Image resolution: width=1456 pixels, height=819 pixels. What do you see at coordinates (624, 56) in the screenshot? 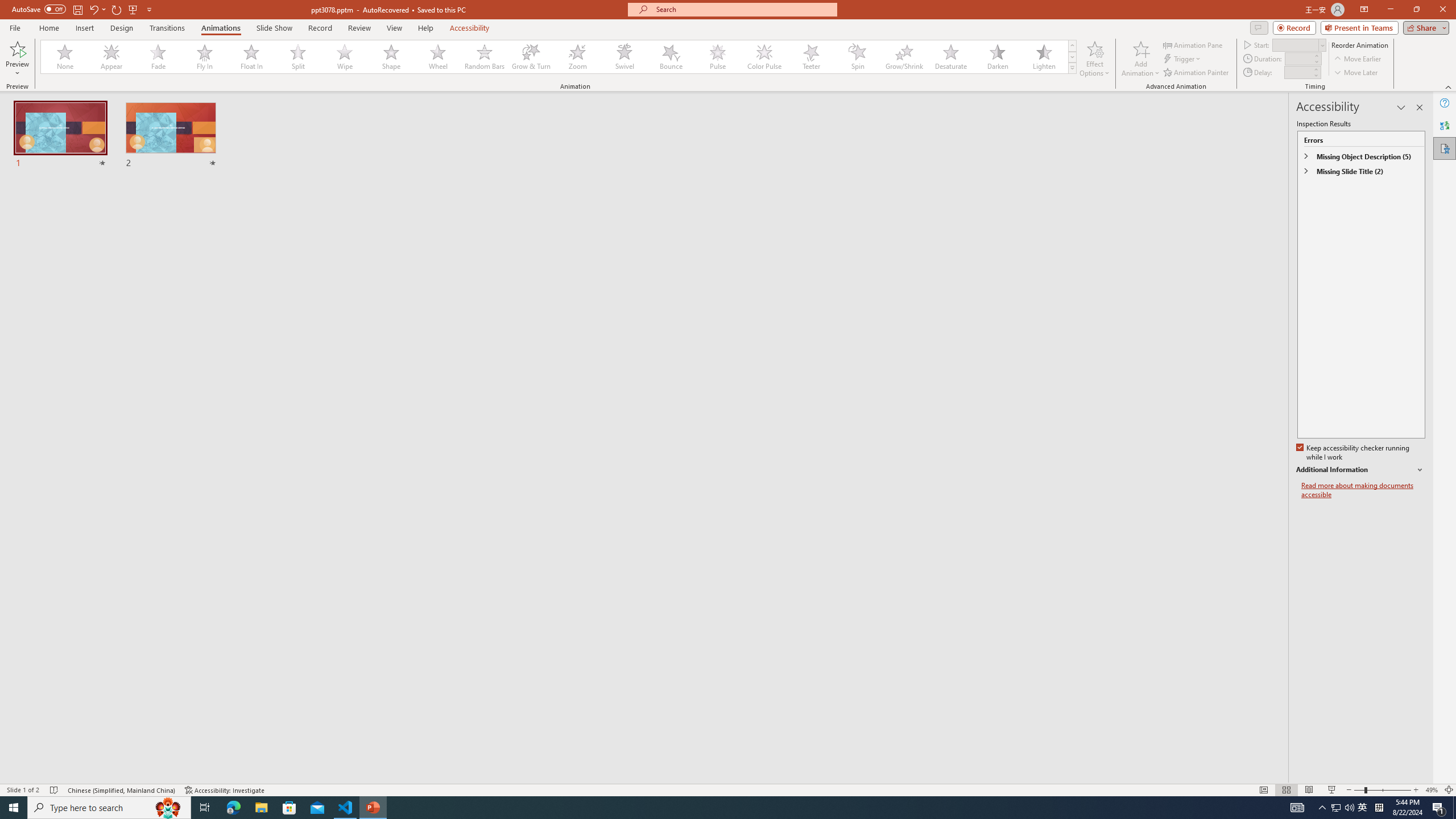
I see `'Swivel'` at bounding box center [624, 56].